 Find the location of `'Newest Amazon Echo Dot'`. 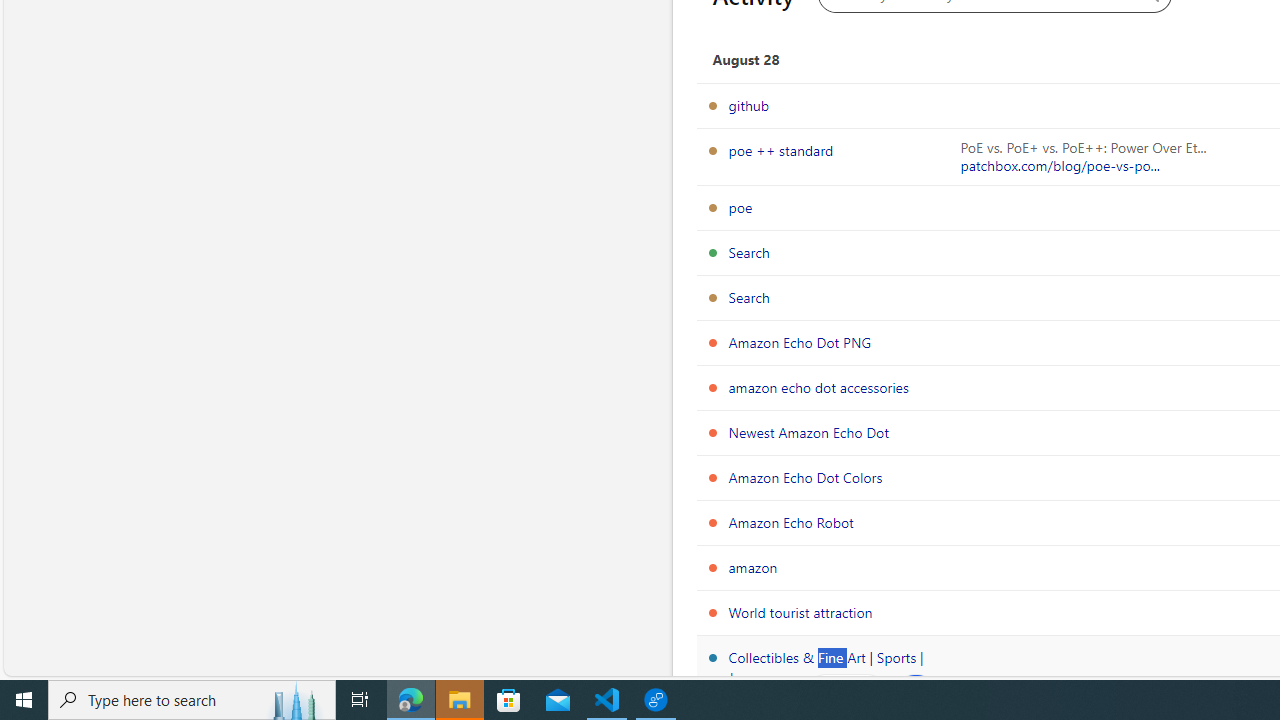

'Newest Amazon Echo Dot' is located at coordinates (808, 431).